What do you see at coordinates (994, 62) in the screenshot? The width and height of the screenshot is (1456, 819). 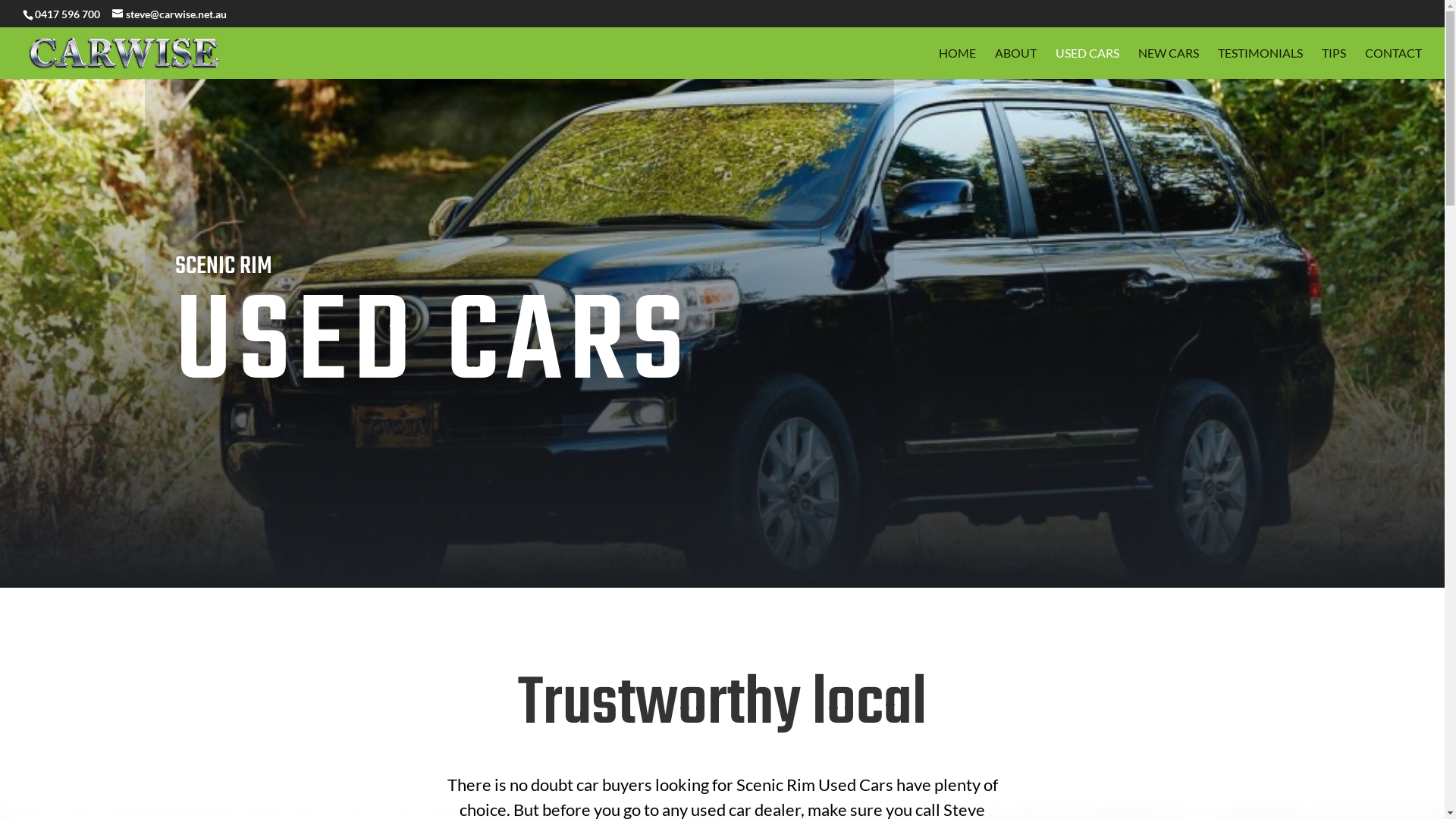 I see `'ABOUT'` at bounding box center [994, 62].